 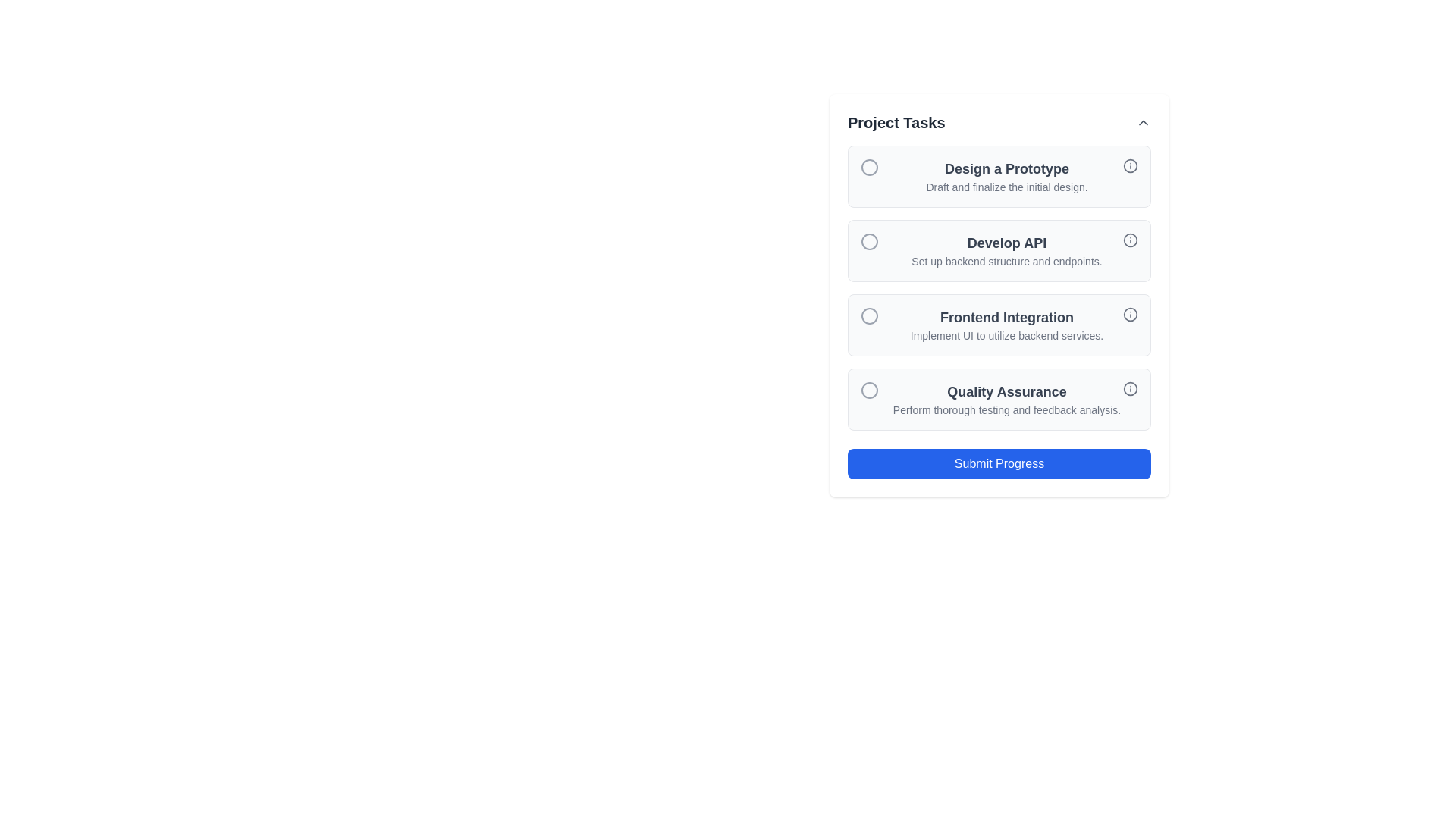 I want to click on the text label that reads 'Design a Prototype', which is styled in bold and large size, located in the 'Project Tasks' section as the main heading of the first task item, so click(x=1007, y=169).